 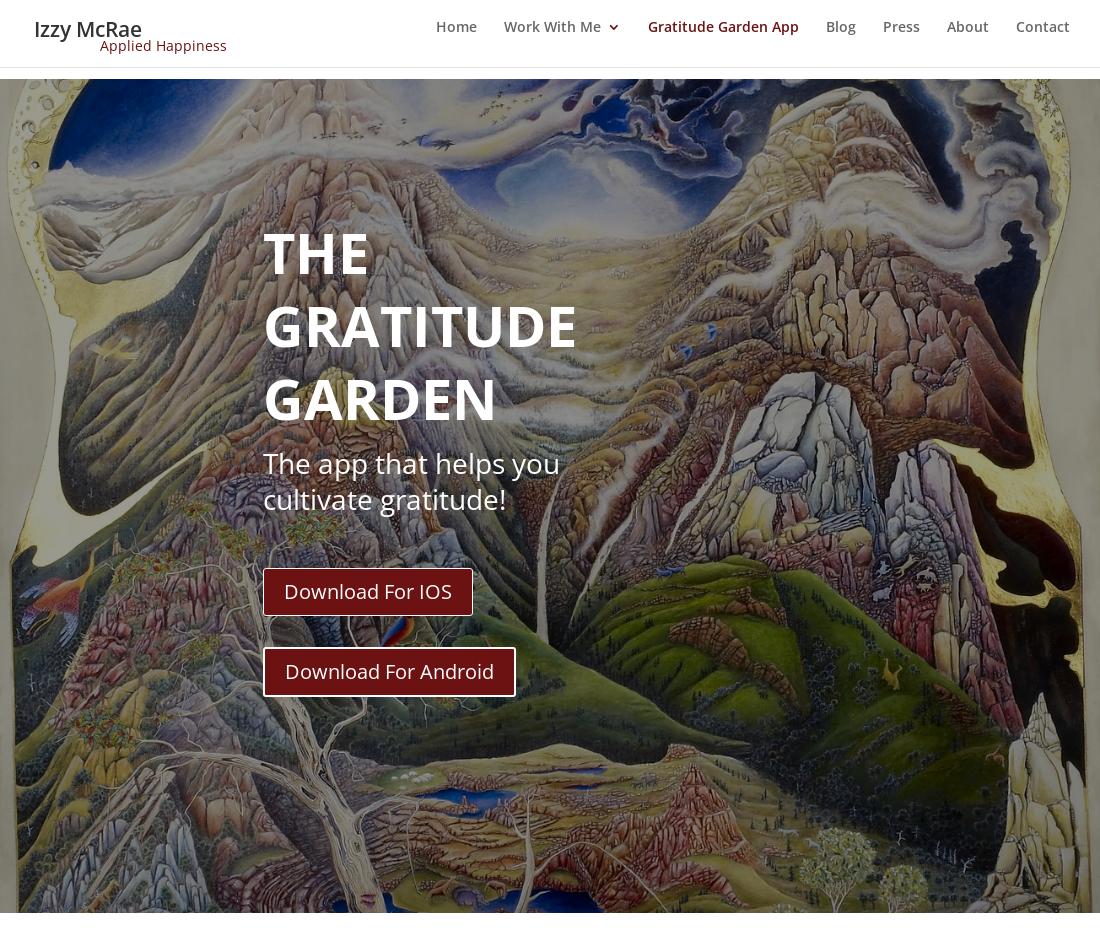 What do you see at coordinates (455, 39) in the screenshot?
I see `'Home'` at bounding box center [455, 39].